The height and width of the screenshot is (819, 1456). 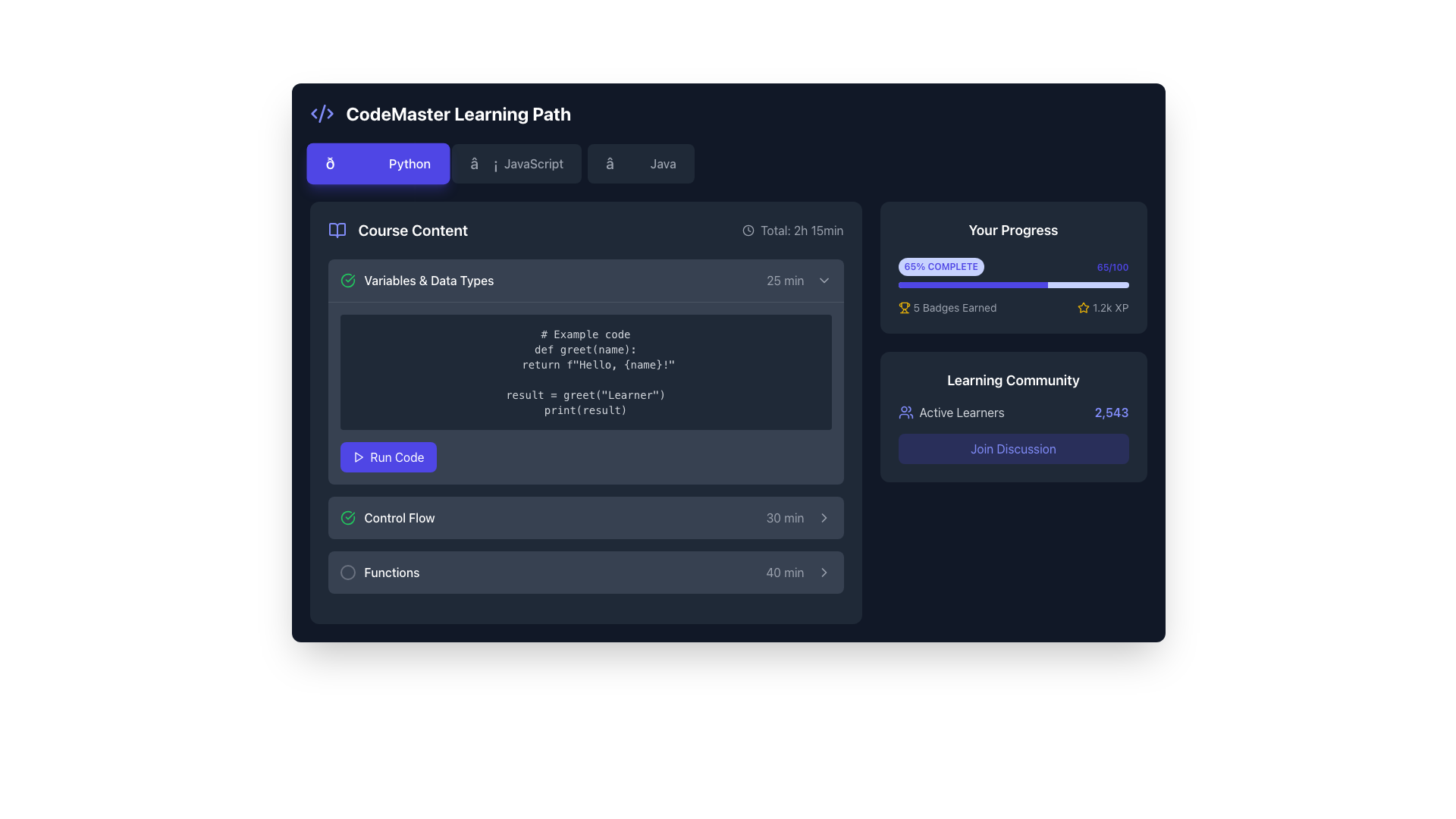 I want to click on text label 'Control Flow' located in the 'Course Content' section, which is the second item in the list and has a green check icon to its left, so click(x=400, y=516).